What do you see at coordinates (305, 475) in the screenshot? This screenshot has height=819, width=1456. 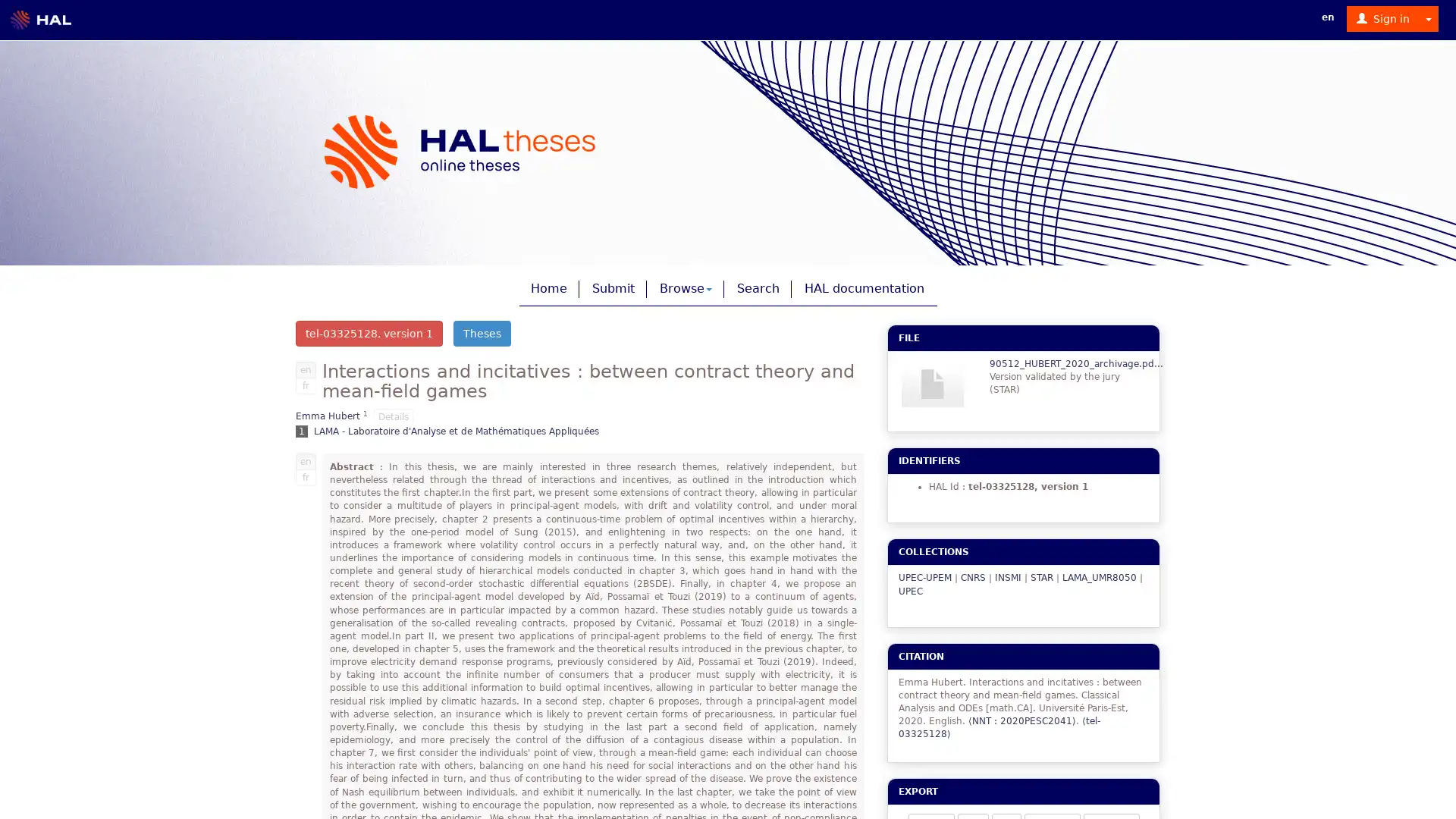 I see `fr` at bounding box center [305, 475].